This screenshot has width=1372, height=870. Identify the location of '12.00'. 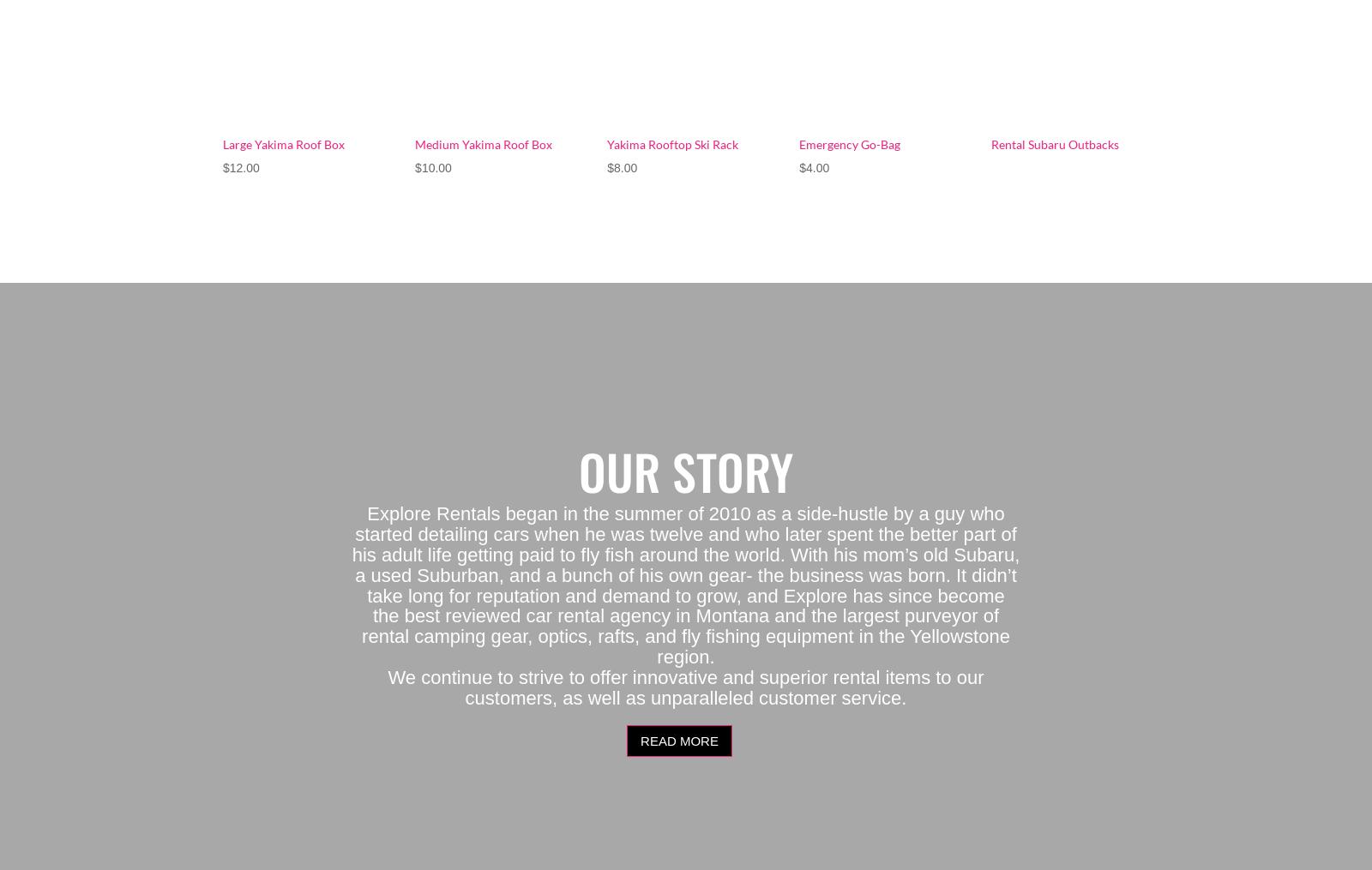
(244, 165).